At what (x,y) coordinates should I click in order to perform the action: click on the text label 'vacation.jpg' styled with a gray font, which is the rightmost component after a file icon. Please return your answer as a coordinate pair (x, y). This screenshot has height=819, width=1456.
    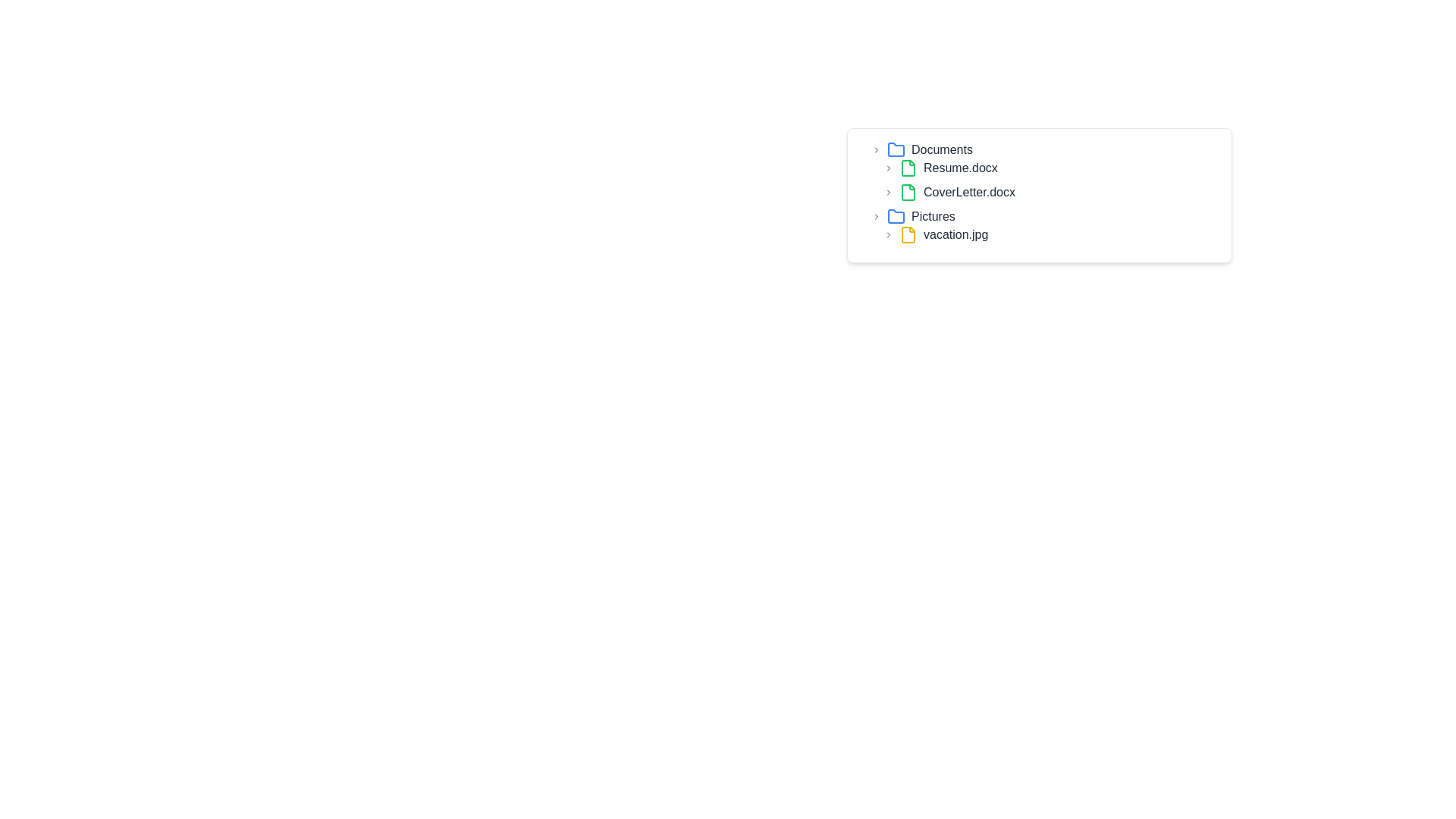
    Looking at the image, I should click on (954, 234).